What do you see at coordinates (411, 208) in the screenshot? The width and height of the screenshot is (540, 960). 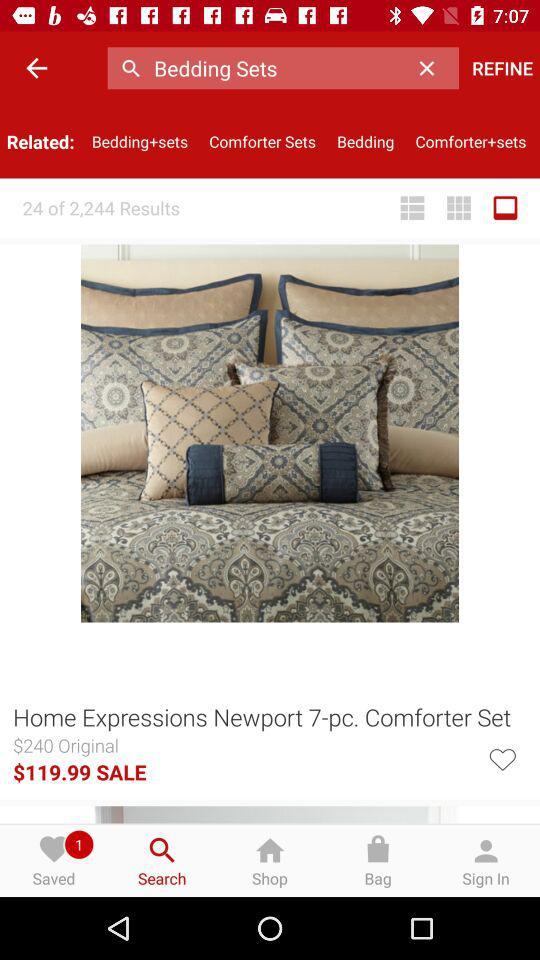 I see `item next to the 24 of 2` at bounding box center [411, 208].